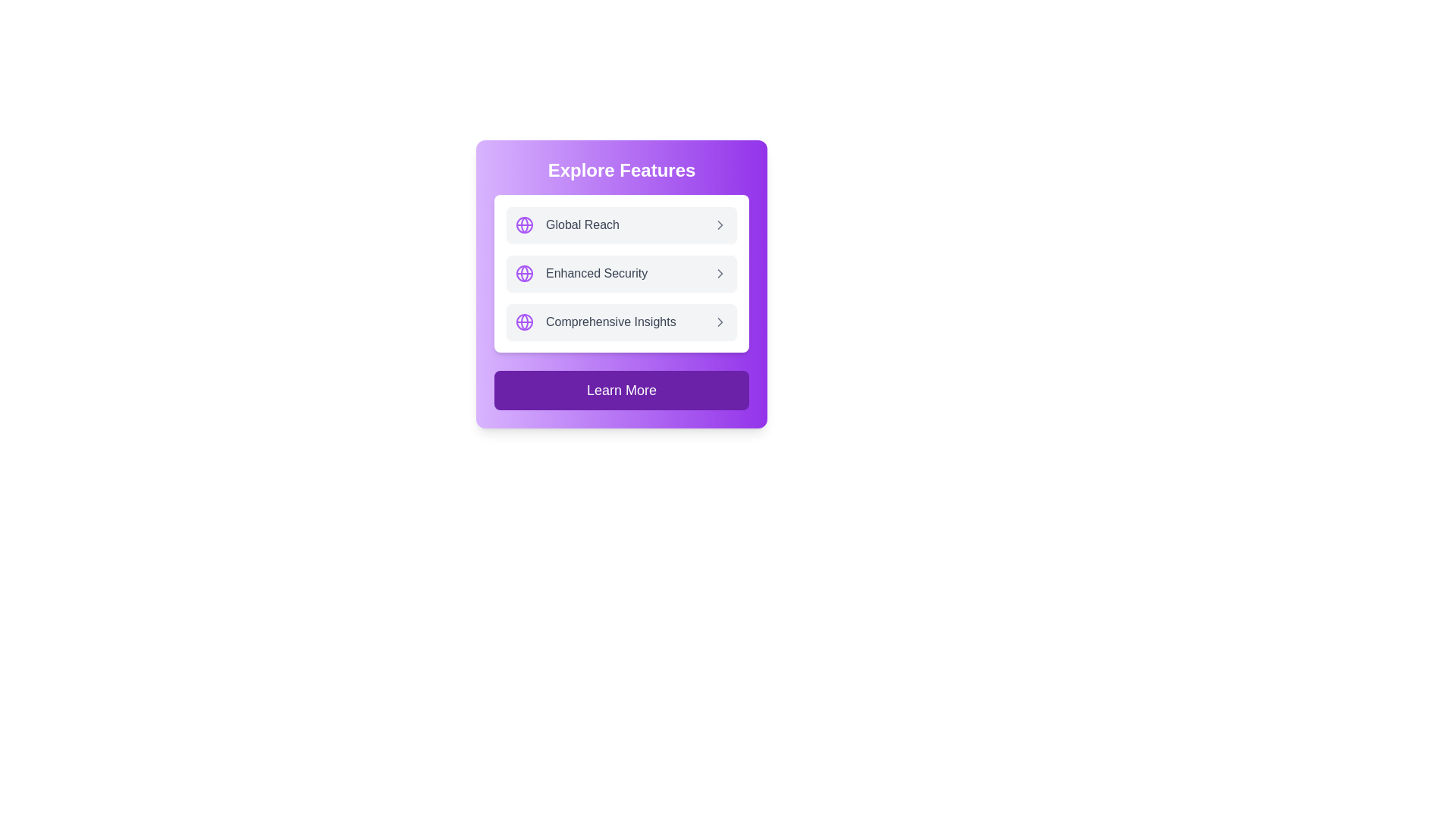  What do you see at coordinates (622, 274) in the screenshot?
I see `the second card in the vertically-aligned list of clickable cards titled 'Enhanced Security'` at bounding box center [622, 274].